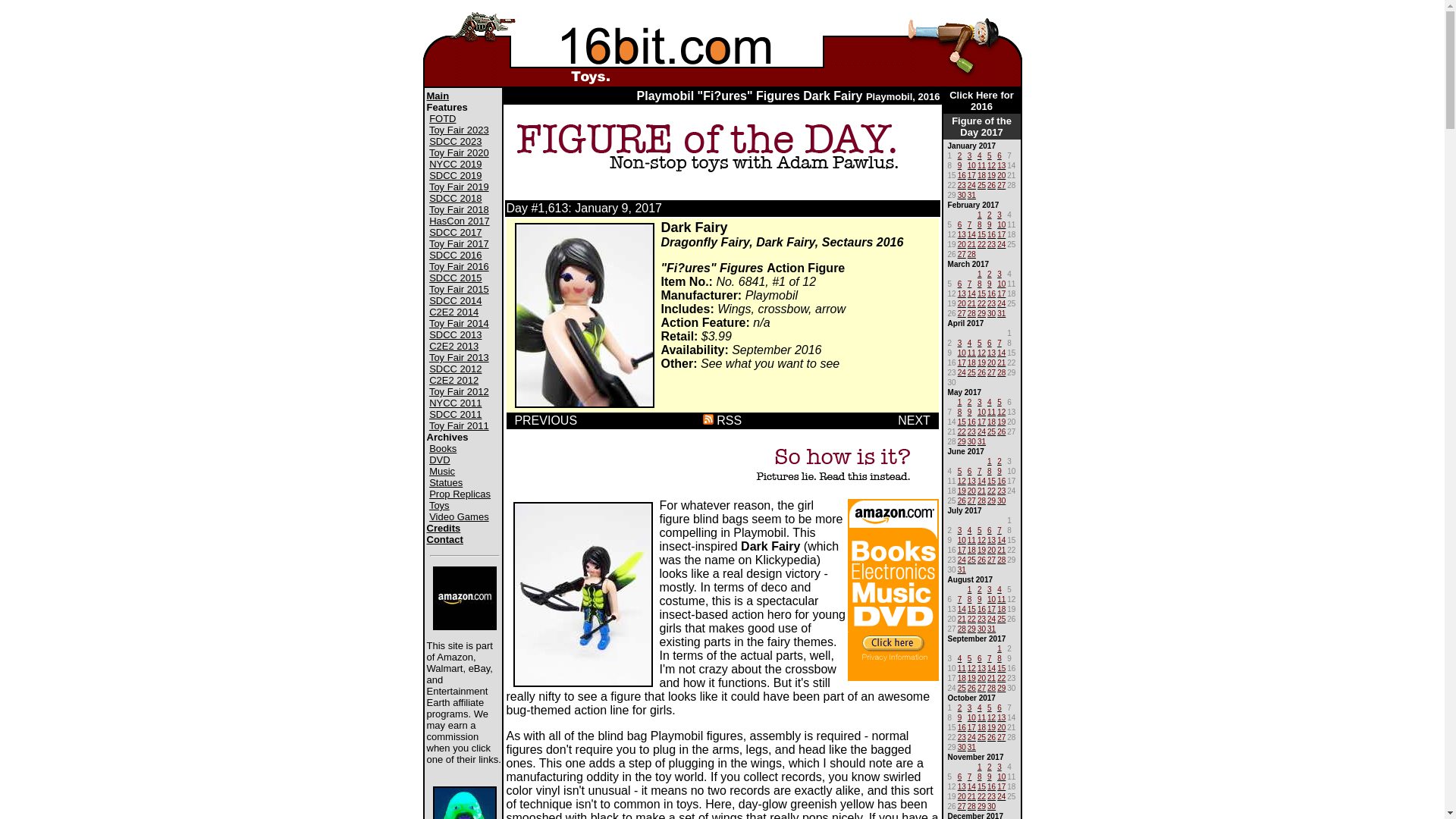 The image size is (1456, 819). I want to click on 'Toys', so click(438, 505).